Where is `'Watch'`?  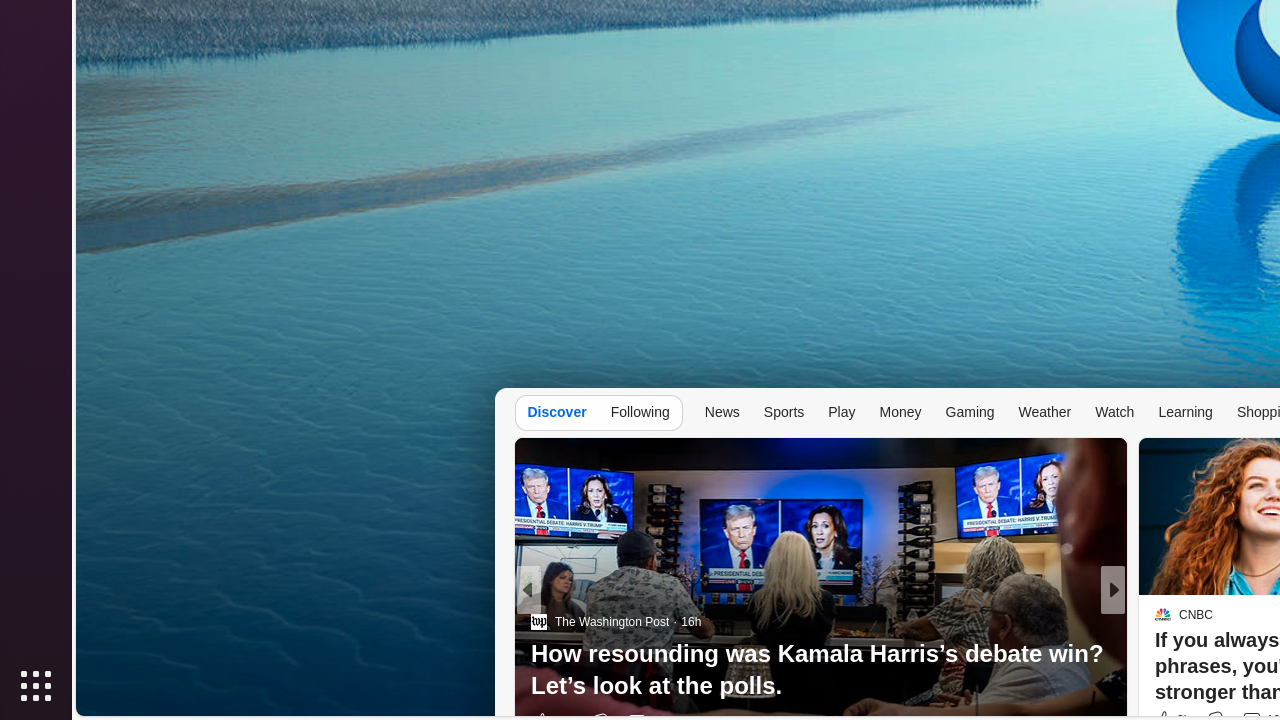
'Watch' is located at coordinates (1114, 410).